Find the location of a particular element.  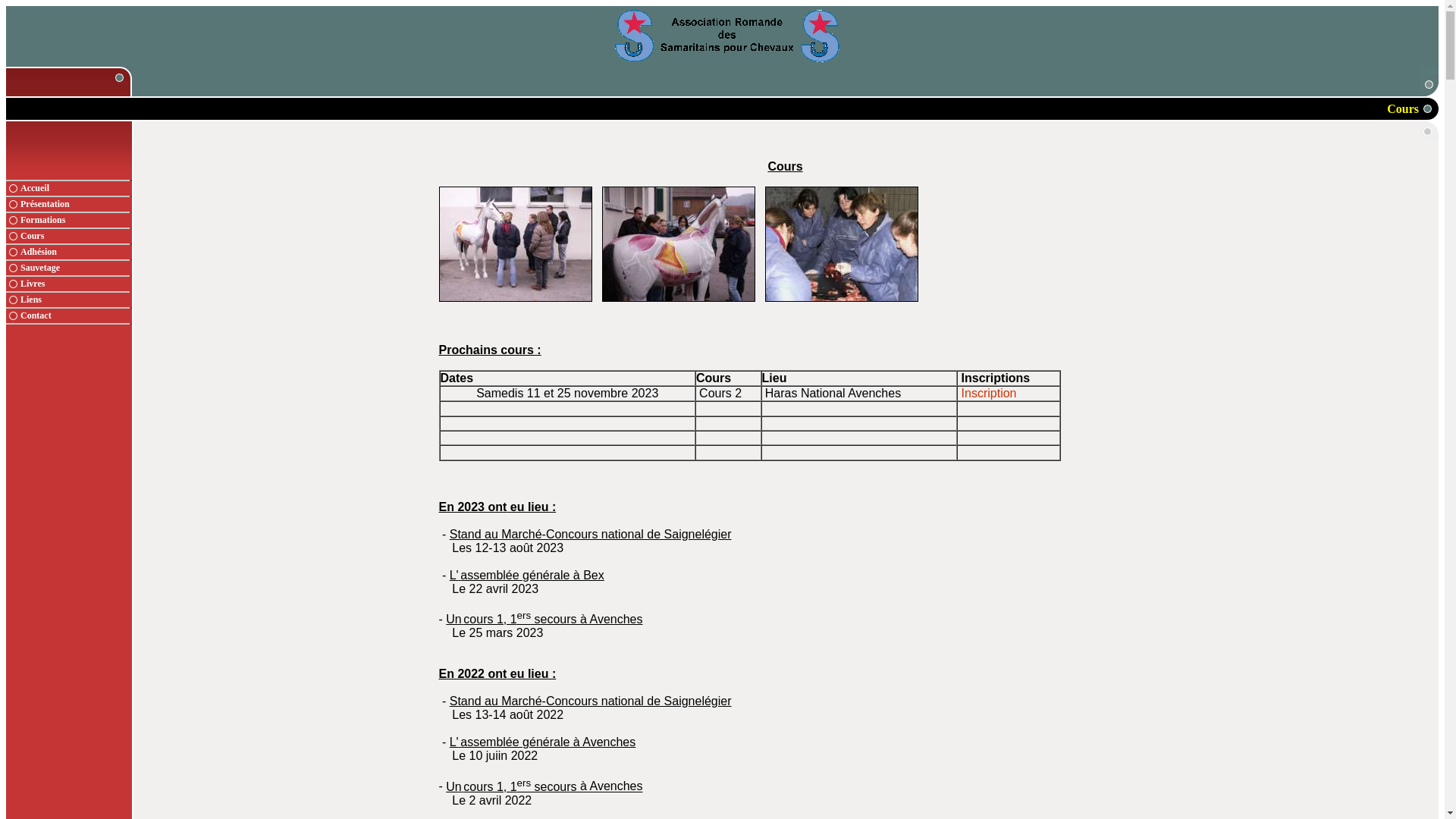

'Cours' is located at coordinates (74, 236).